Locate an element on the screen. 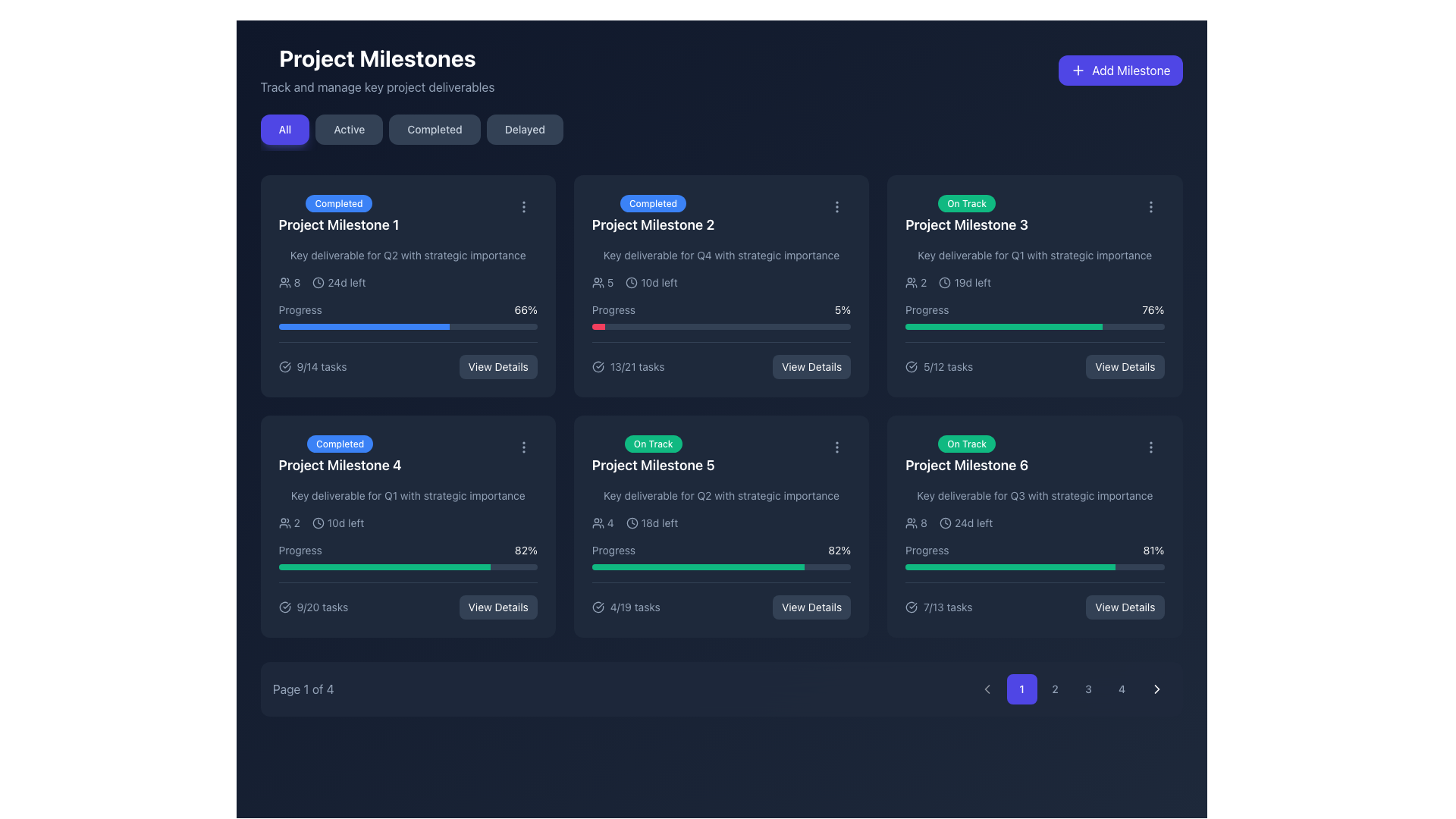 The image size is (1456, 819). text '81%' displayed in white font on a dark background, part of the progress indicator in the 'Progress' section of the card labeled 'Project Milestone 6' is located at coordinates (1153, 550).